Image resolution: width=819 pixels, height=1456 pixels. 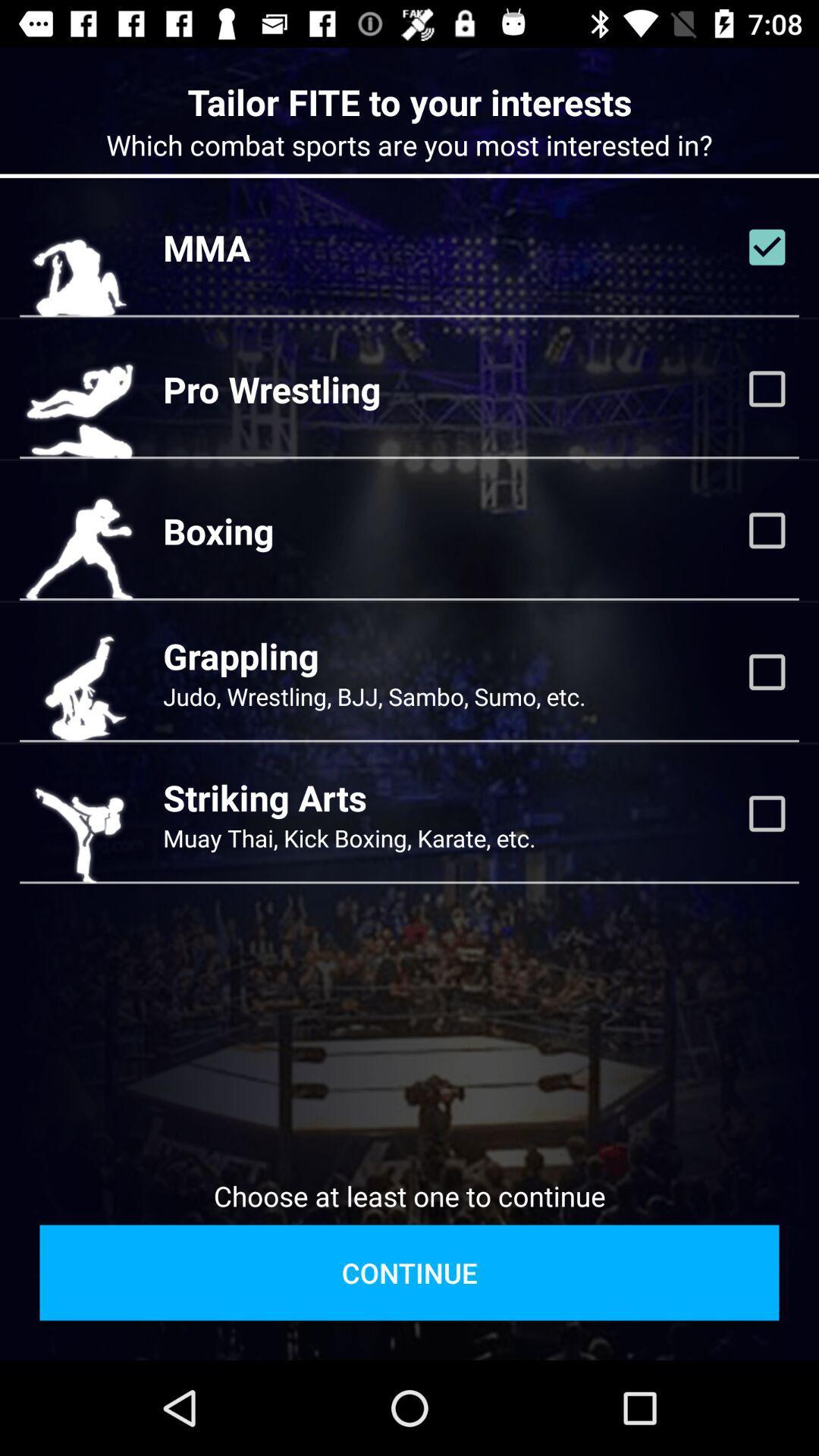 What do you see at coordinates (767, 389) in the screenshot?
I see `checkbox to select pro wrestling` at bounding box center [767, 389].